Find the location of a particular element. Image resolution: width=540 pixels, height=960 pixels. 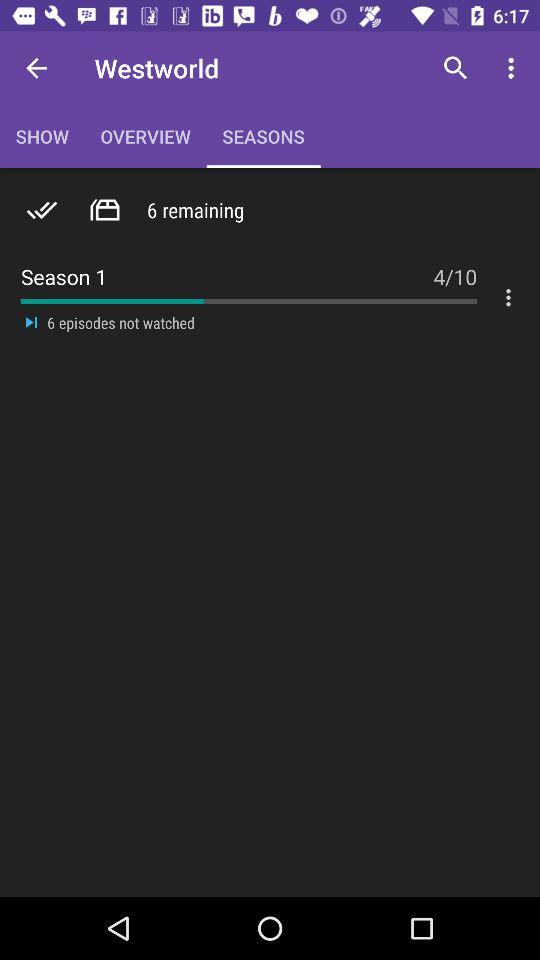

the icon next to the seasons is located at coordinates (455, 68).